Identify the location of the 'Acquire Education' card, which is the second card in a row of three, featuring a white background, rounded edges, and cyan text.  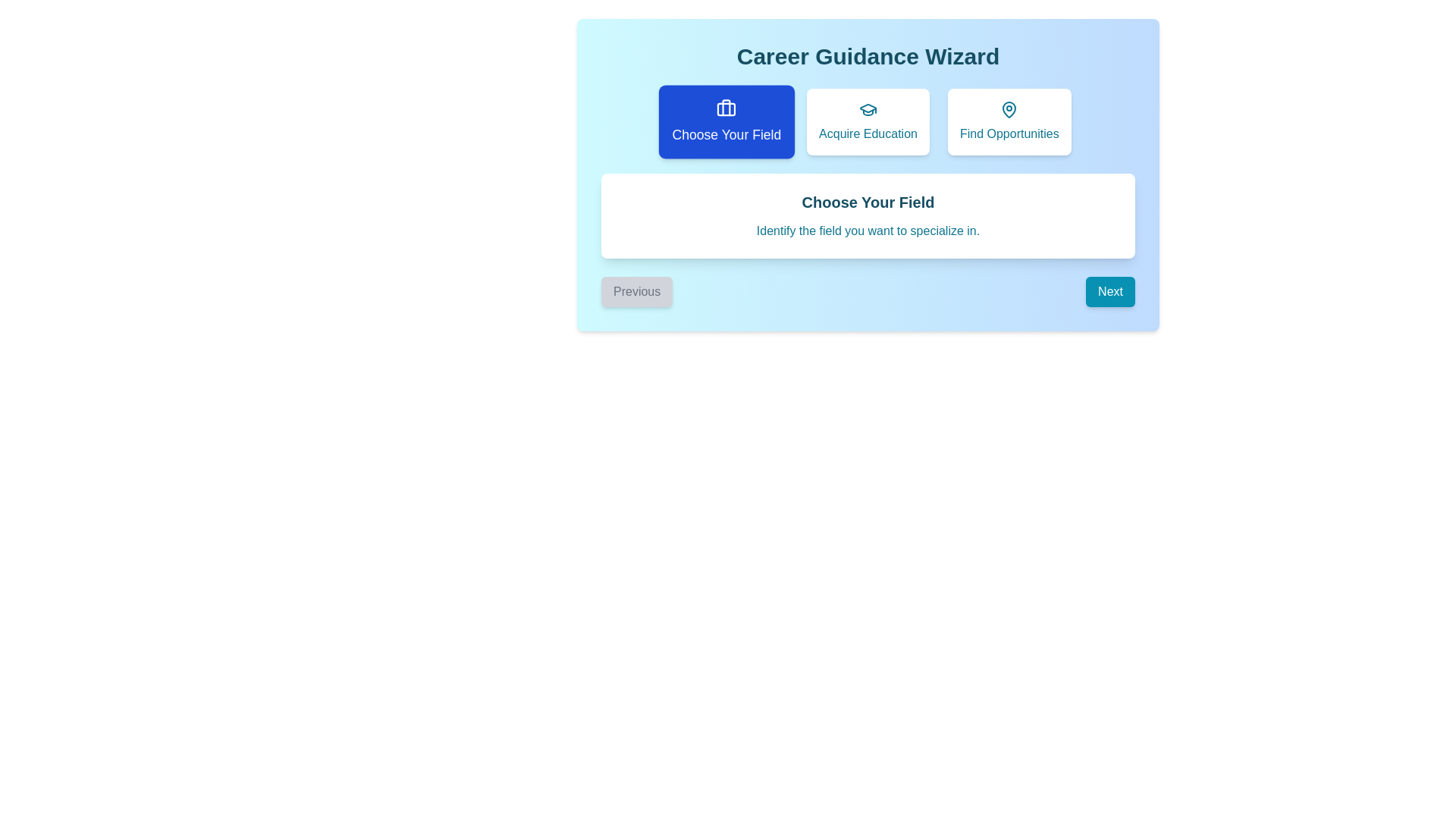
(868, 121).